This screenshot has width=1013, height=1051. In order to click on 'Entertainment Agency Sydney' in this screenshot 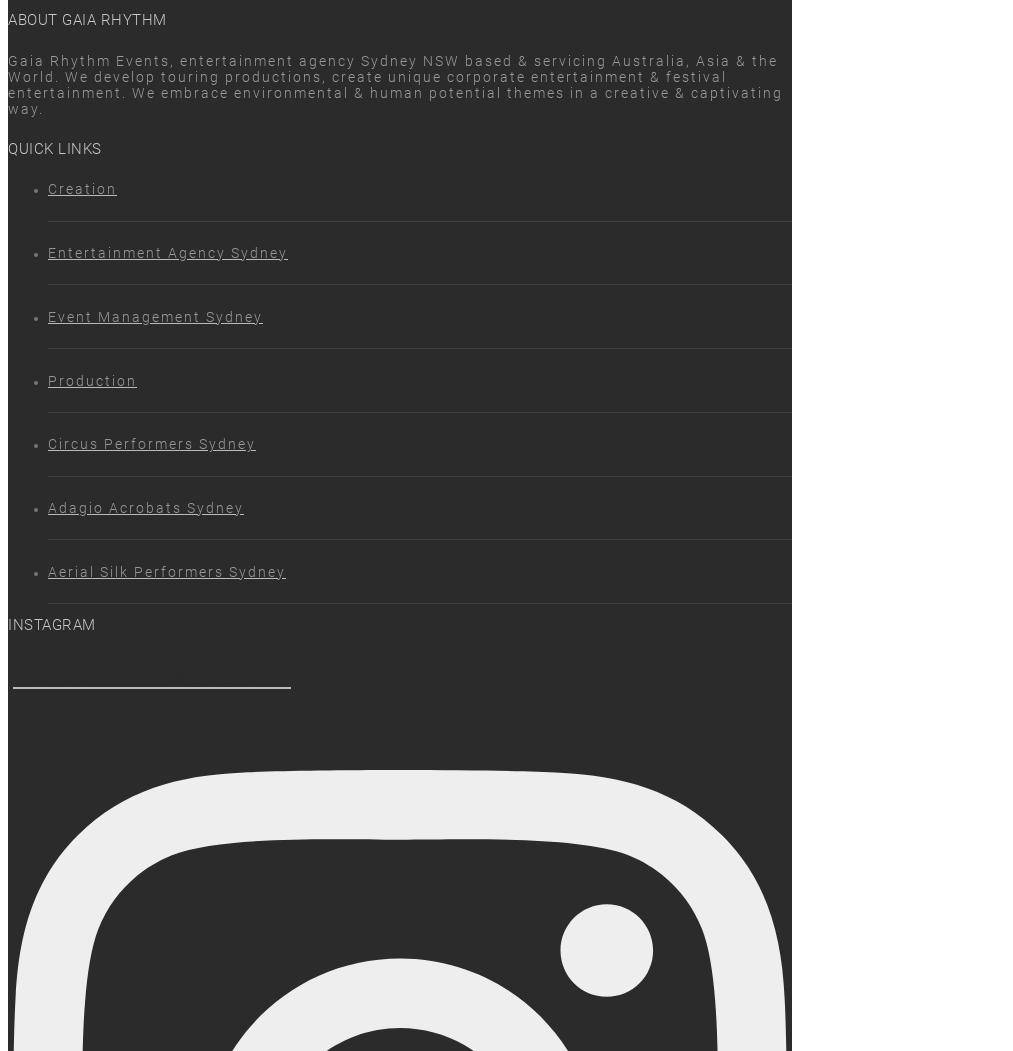, I will do `click(47, 252)`.